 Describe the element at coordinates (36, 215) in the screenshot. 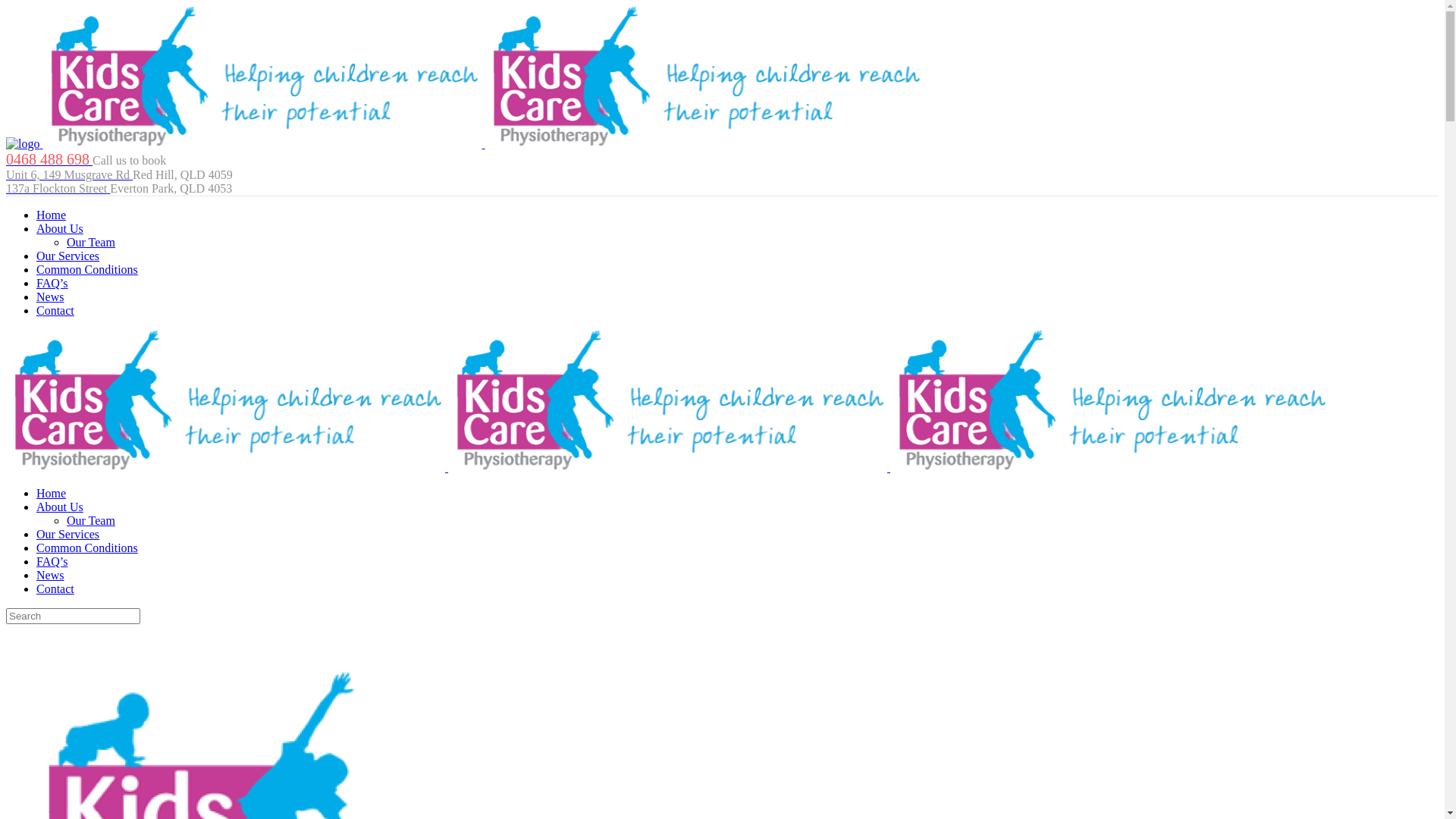

I see `'Home'` at that location.